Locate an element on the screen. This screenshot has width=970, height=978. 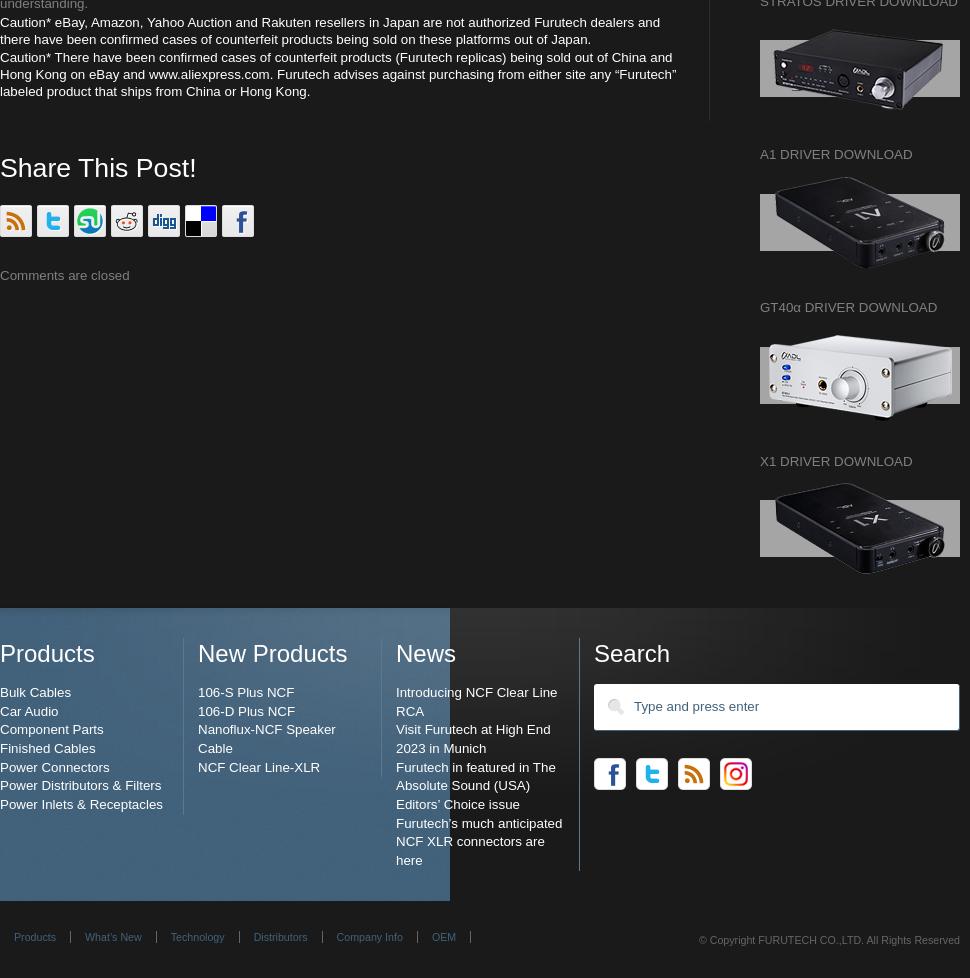
'Comments are closed' is located at coordinates (63, 274).